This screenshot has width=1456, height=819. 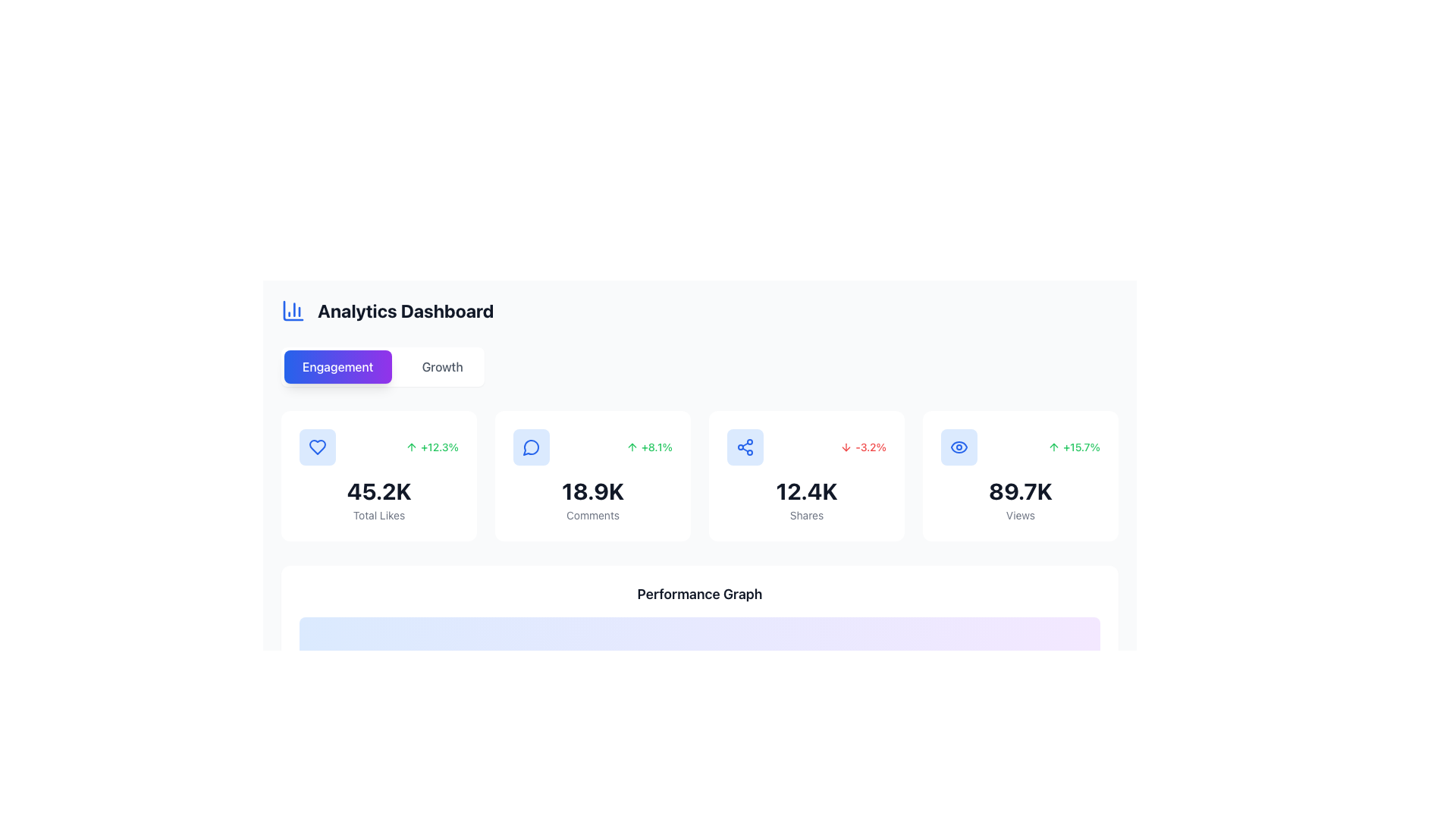 What do you see at coordinates (293, 309) in the screenshot?
I see `the leftmost vertical bar of the chart icon within the Analytics Dashboard, which is styled in blue and part of a graphical element representing a data visualization tool` at bounding box center [293, 309].